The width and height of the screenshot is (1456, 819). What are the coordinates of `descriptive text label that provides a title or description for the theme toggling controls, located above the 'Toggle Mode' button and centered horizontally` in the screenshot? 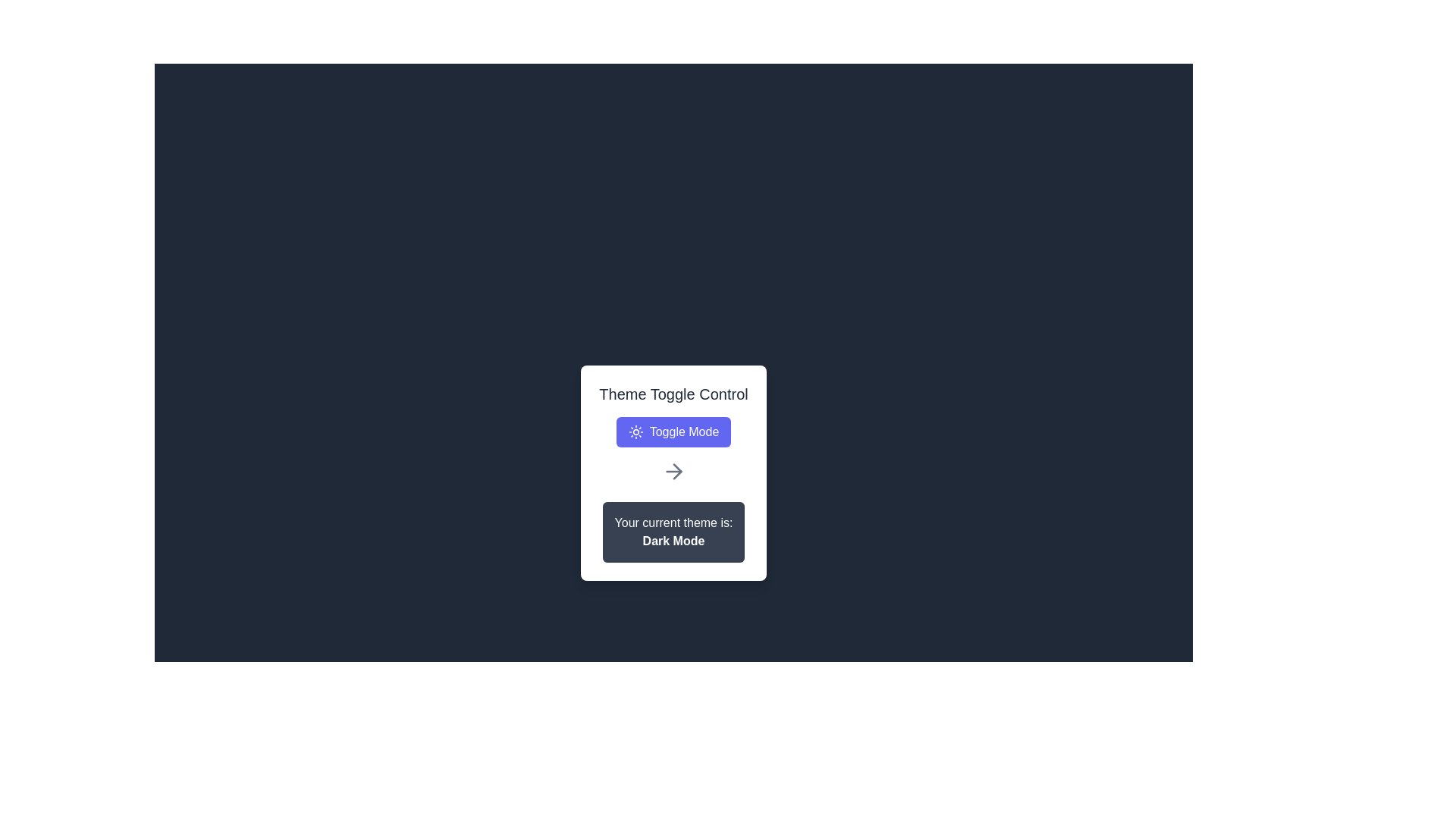 It's located at (673, 394).